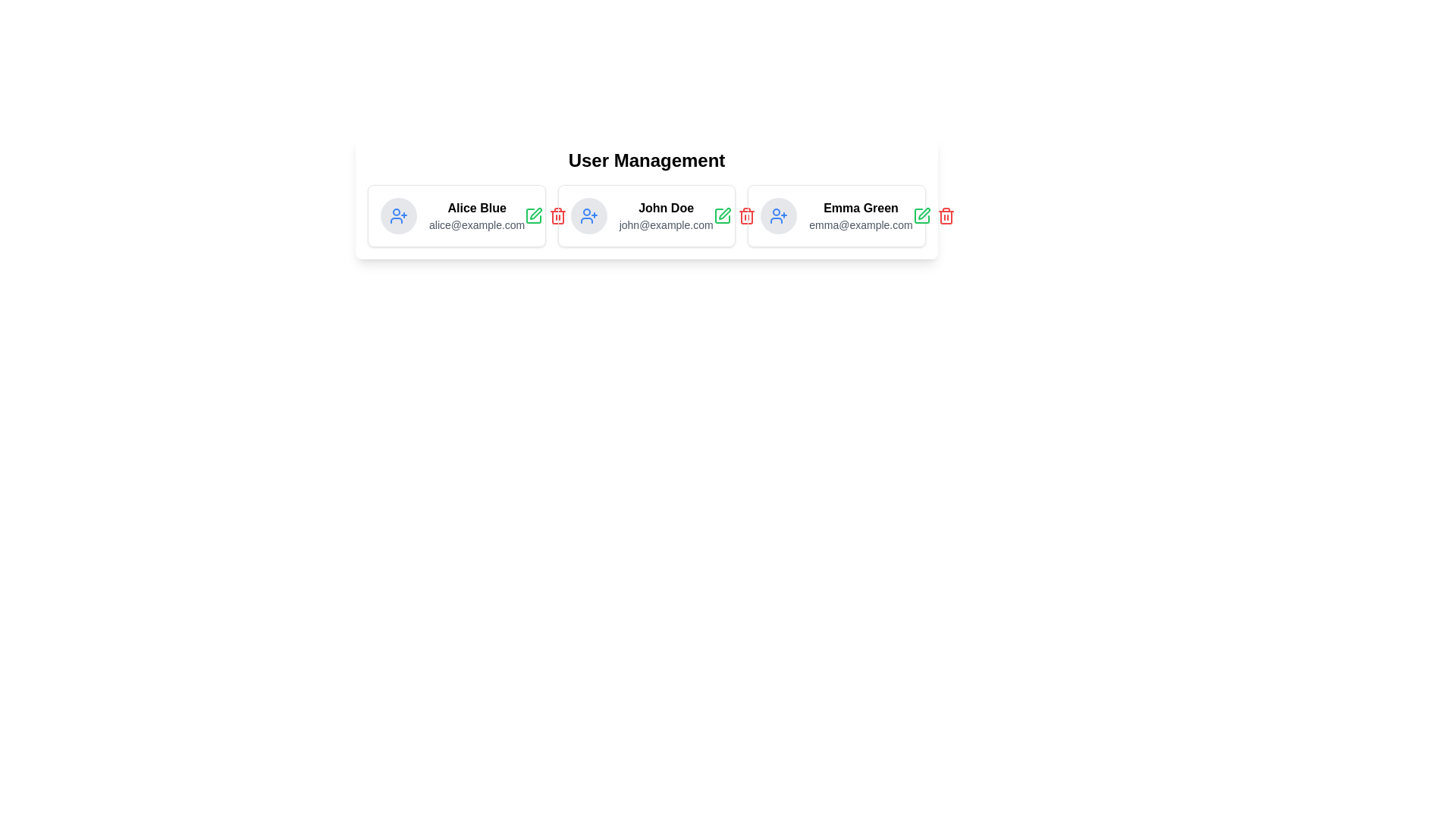 The image size is (1456, 819). Describe the element at coordinates (456, 216) in the screenshot. I see `user details from the User Information Card located at the top left of the grid layout, which includes the user's name and email` at that location.